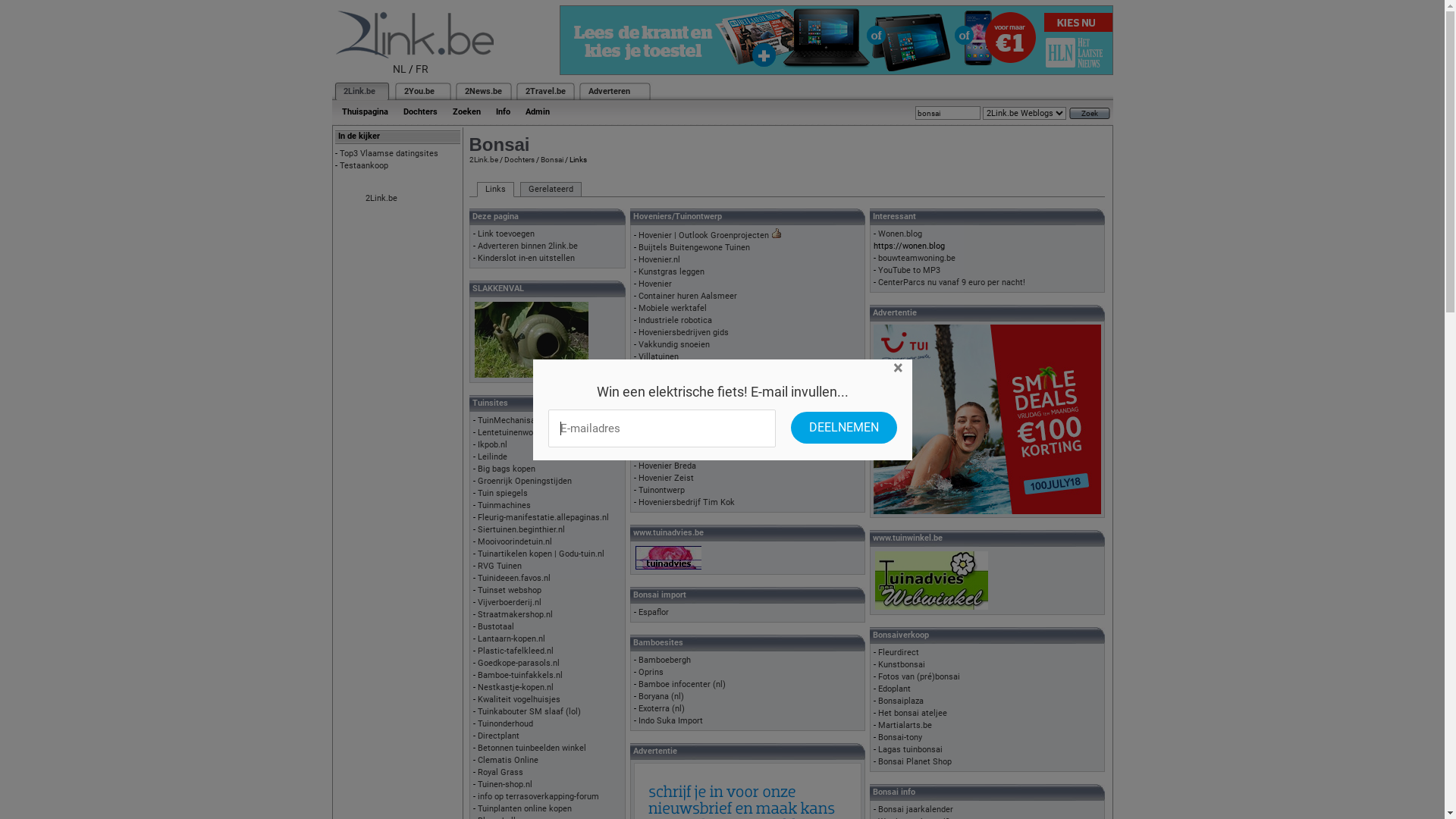 Image resolution: width=1456 pixels, height=819 pixels. What do you see at coordinates (638, 331) in the screenshot?
I see `'Hoveniersbedrijven gids'` at bounding box center [638, 331].